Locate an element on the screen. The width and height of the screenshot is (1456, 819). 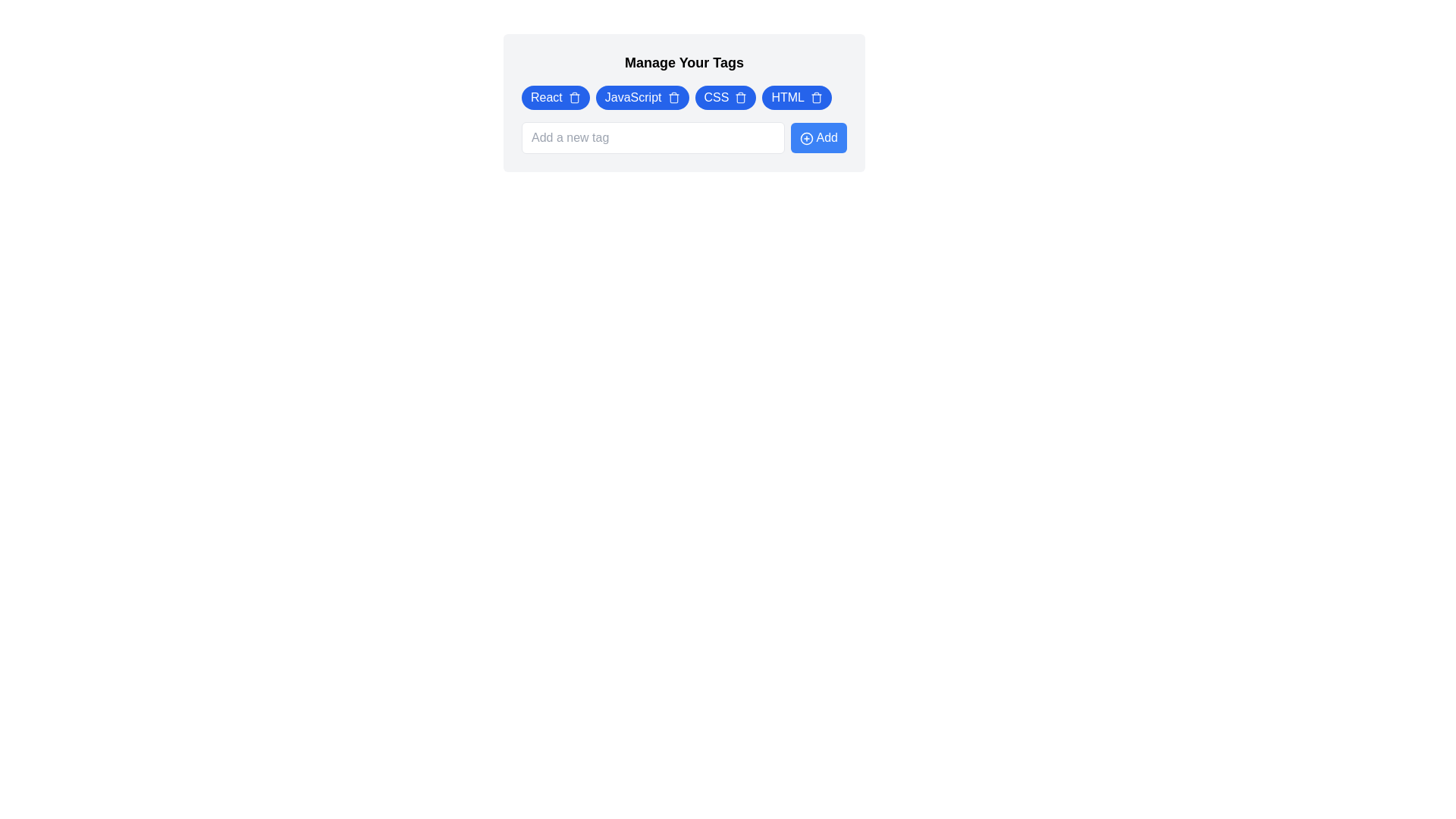
the blue button labeled 'HTML' with white text, which is the last button in the 'Manage Your Tags' section is located at coordinates (796, 97).